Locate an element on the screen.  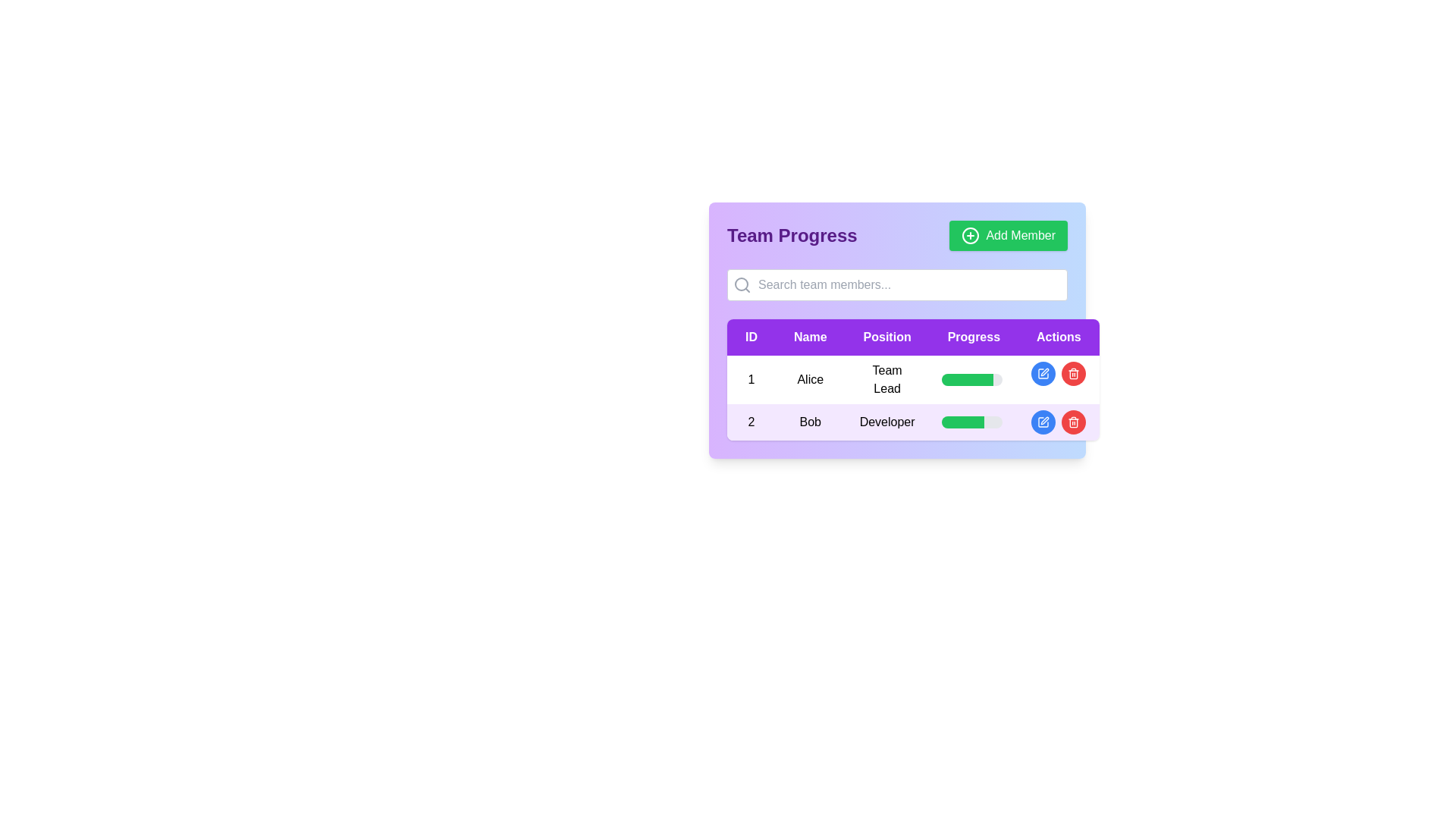
the 'Edit' icon button located in the second row of the 'Actions' column is located at coordinates (1043, 374).